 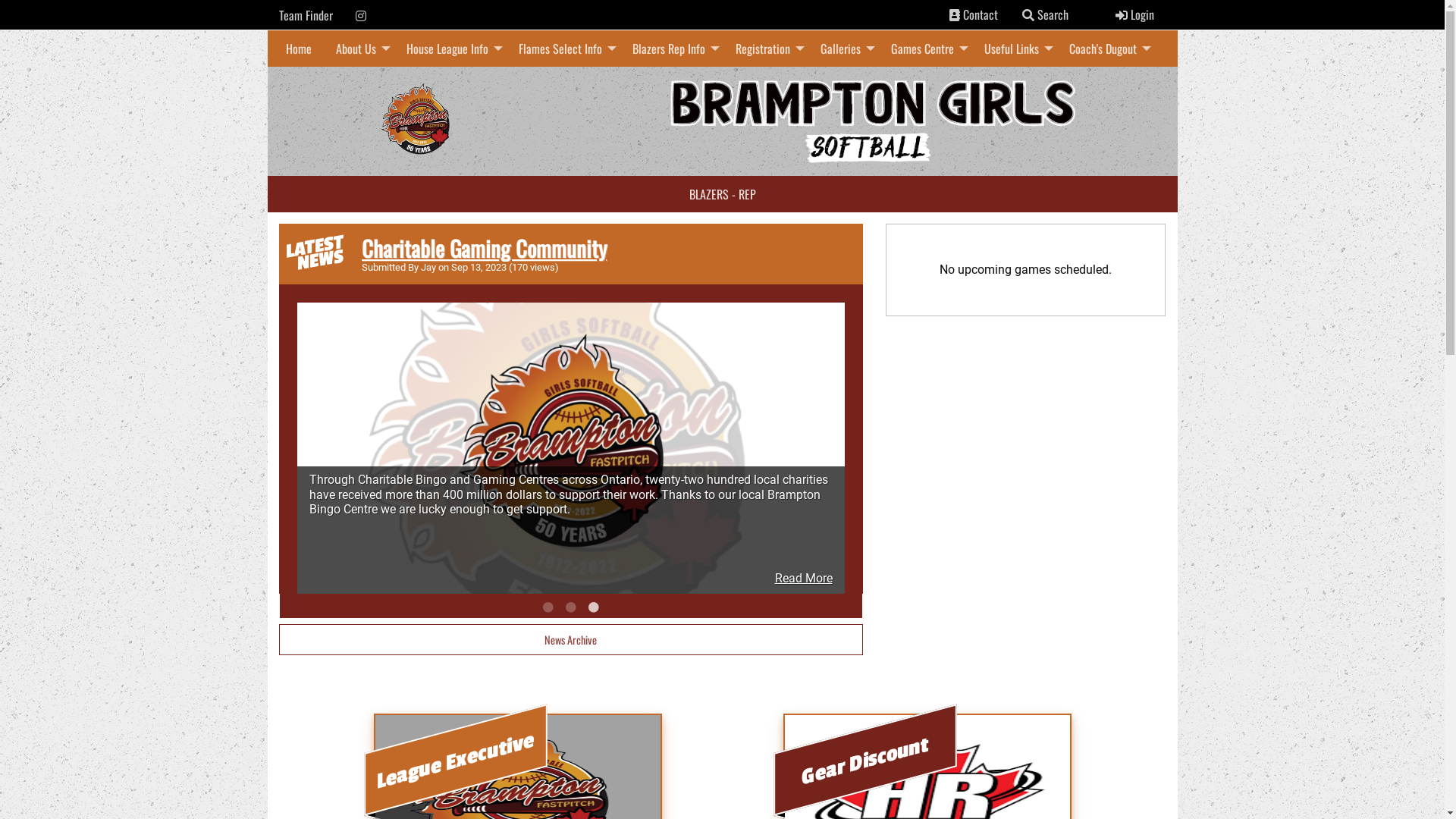 What do you see at coordinates (305, 14) in the screenshot?
I see `'Team Finder'` at bounding box center [305, 14].